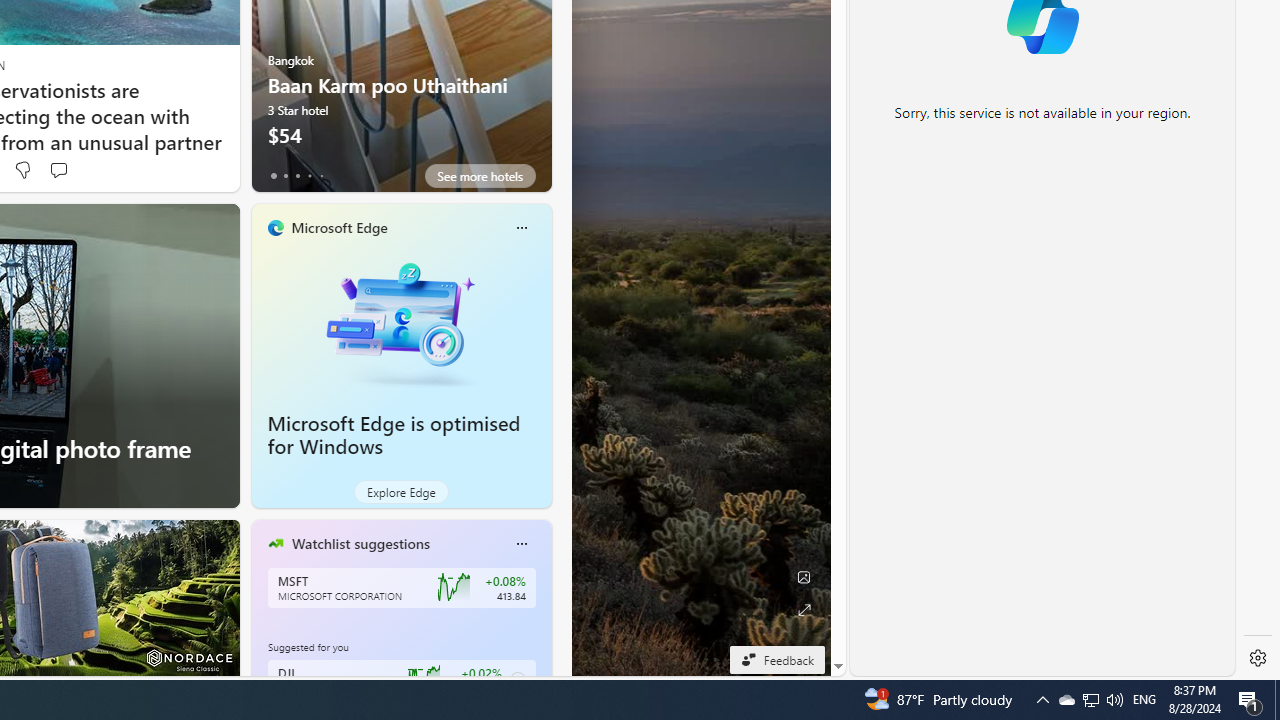 This screenshot has width=1280, height=720. Describe the element at coordinates (58, 169) in the screenshot. I see `'Start the conversation'` at that location.